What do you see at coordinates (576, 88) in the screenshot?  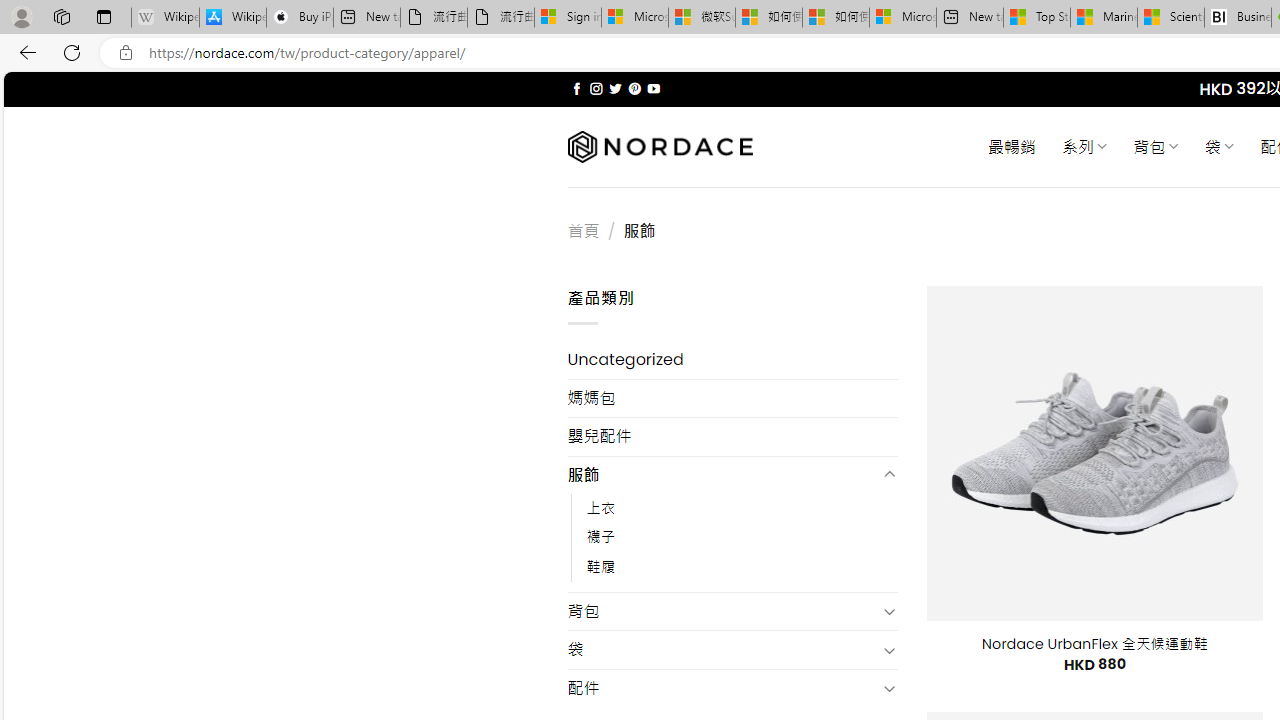 I see `'Follow on Facebook'` at bounding box center [576, 88].